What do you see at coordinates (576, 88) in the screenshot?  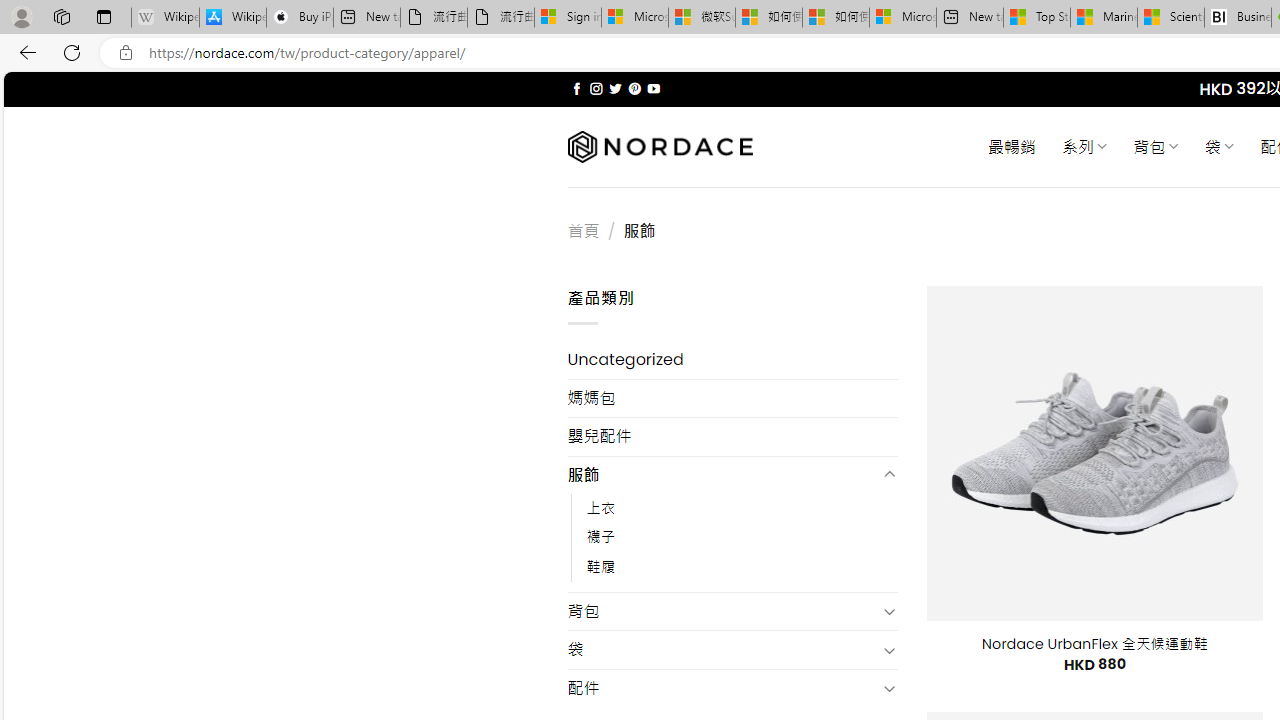 I see `'Follow on Facebook'` at bounding box center [576, 88].